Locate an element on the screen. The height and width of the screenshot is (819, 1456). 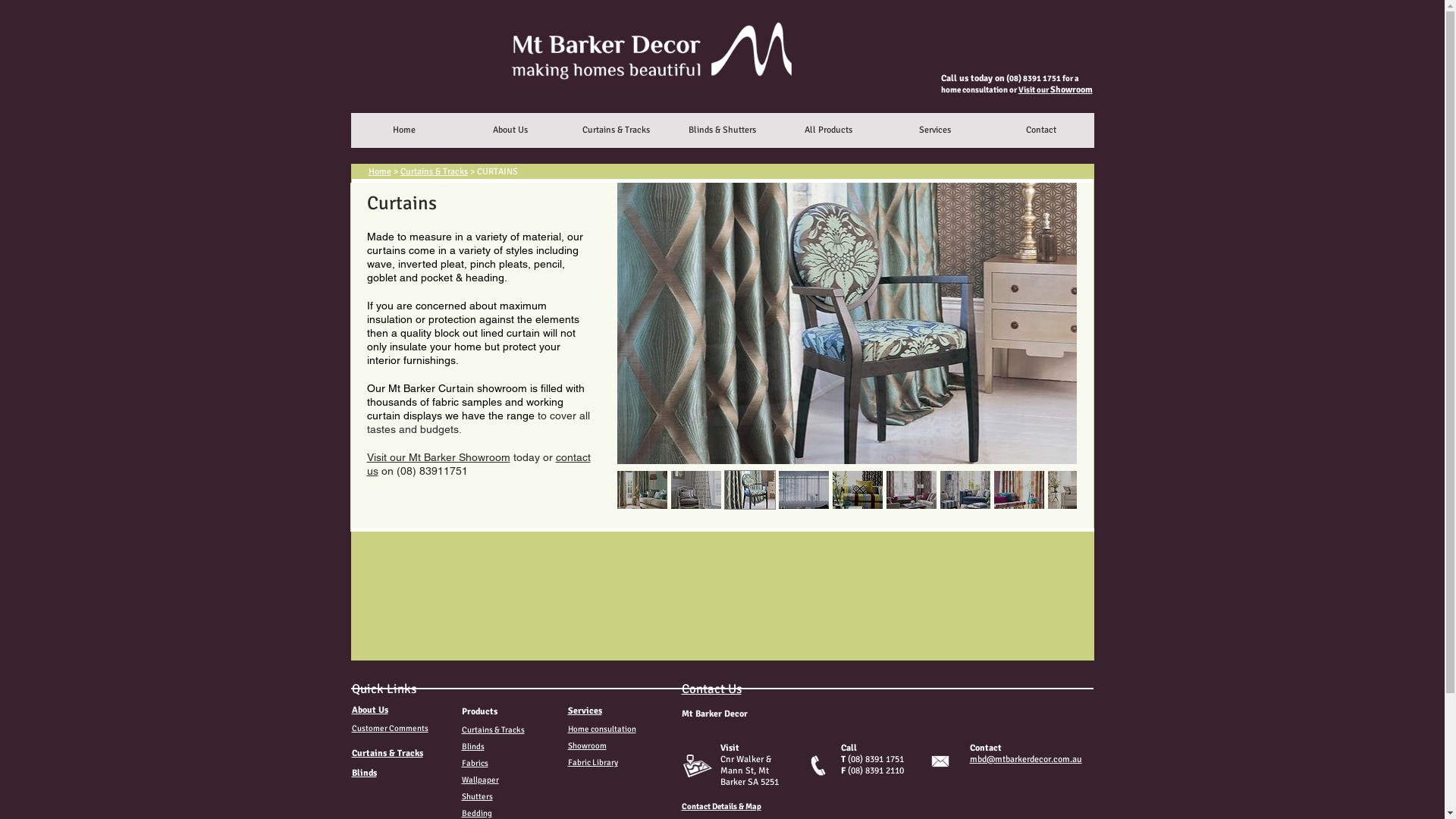
'Shutters' is located at coordinates (475, 795).